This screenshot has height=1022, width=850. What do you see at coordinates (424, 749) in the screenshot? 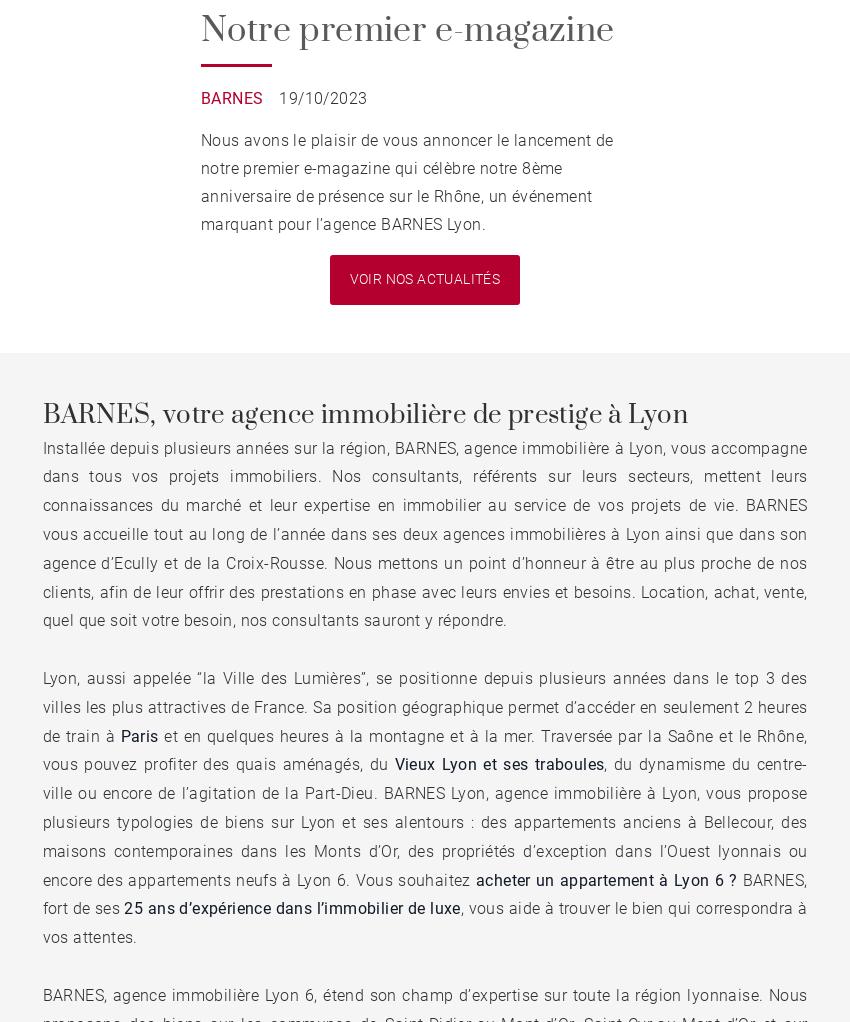
I see `'et en quelques heures à la montagne et à la mer. Traversée par la Saône et le Rhône, vous pouvez profiter des quais aménagés, du'` at bounding box center [424, 749].